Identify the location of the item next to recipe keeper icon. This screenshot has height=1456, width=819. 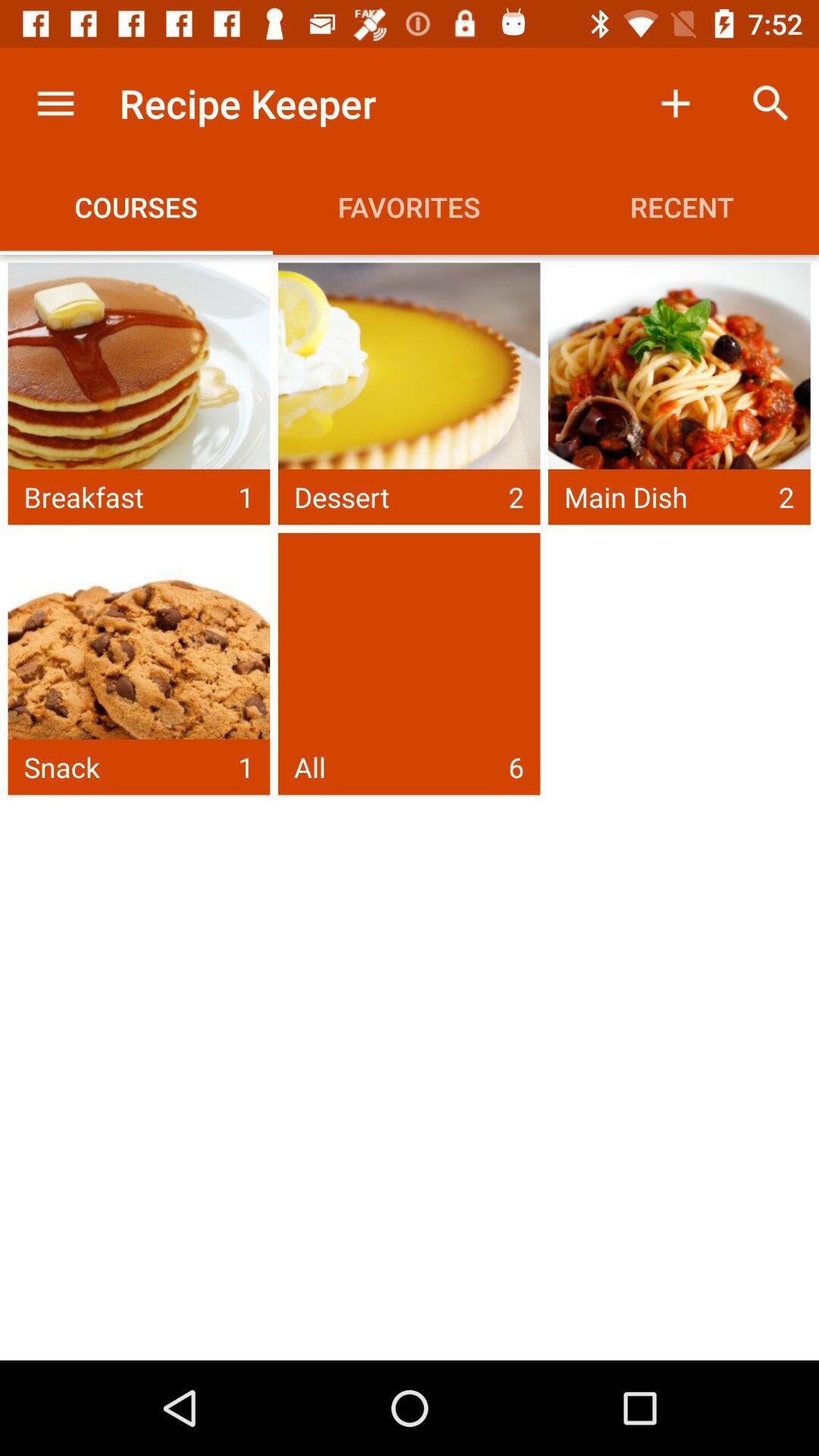
(55, 102).